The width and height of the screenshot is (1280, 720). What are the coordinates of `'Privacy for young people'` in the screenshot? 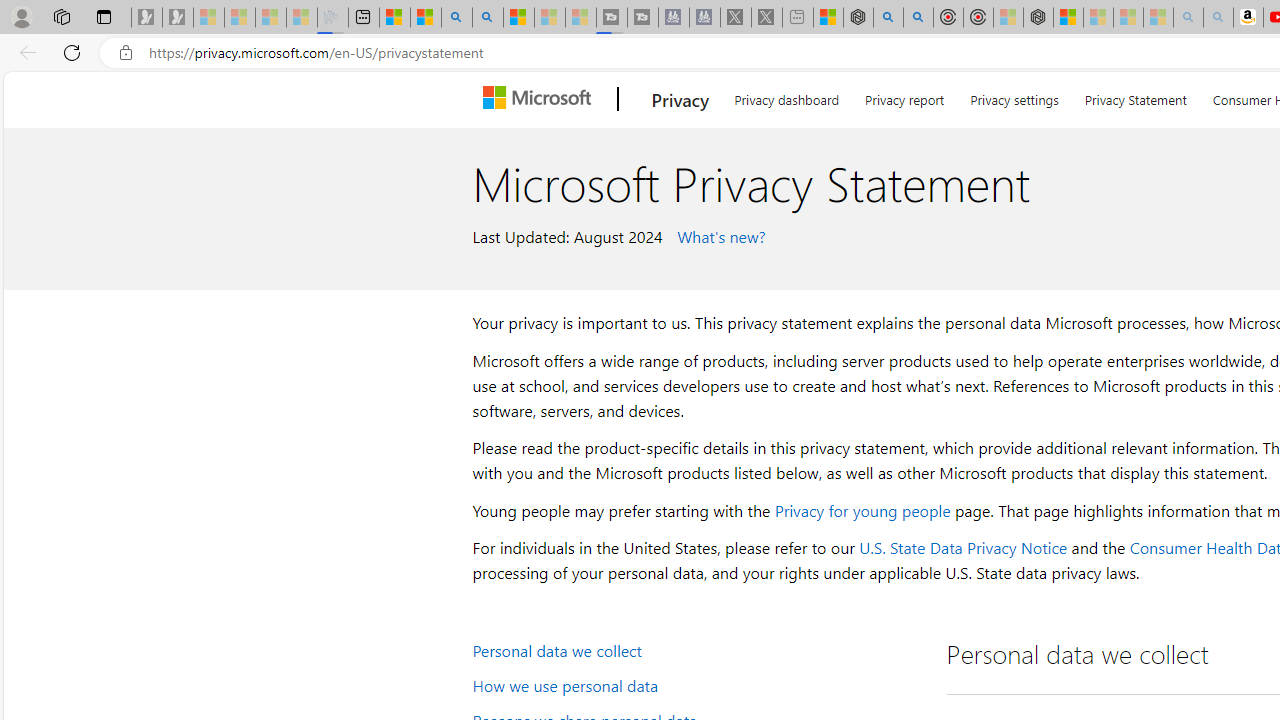 It's located at (862, 509).